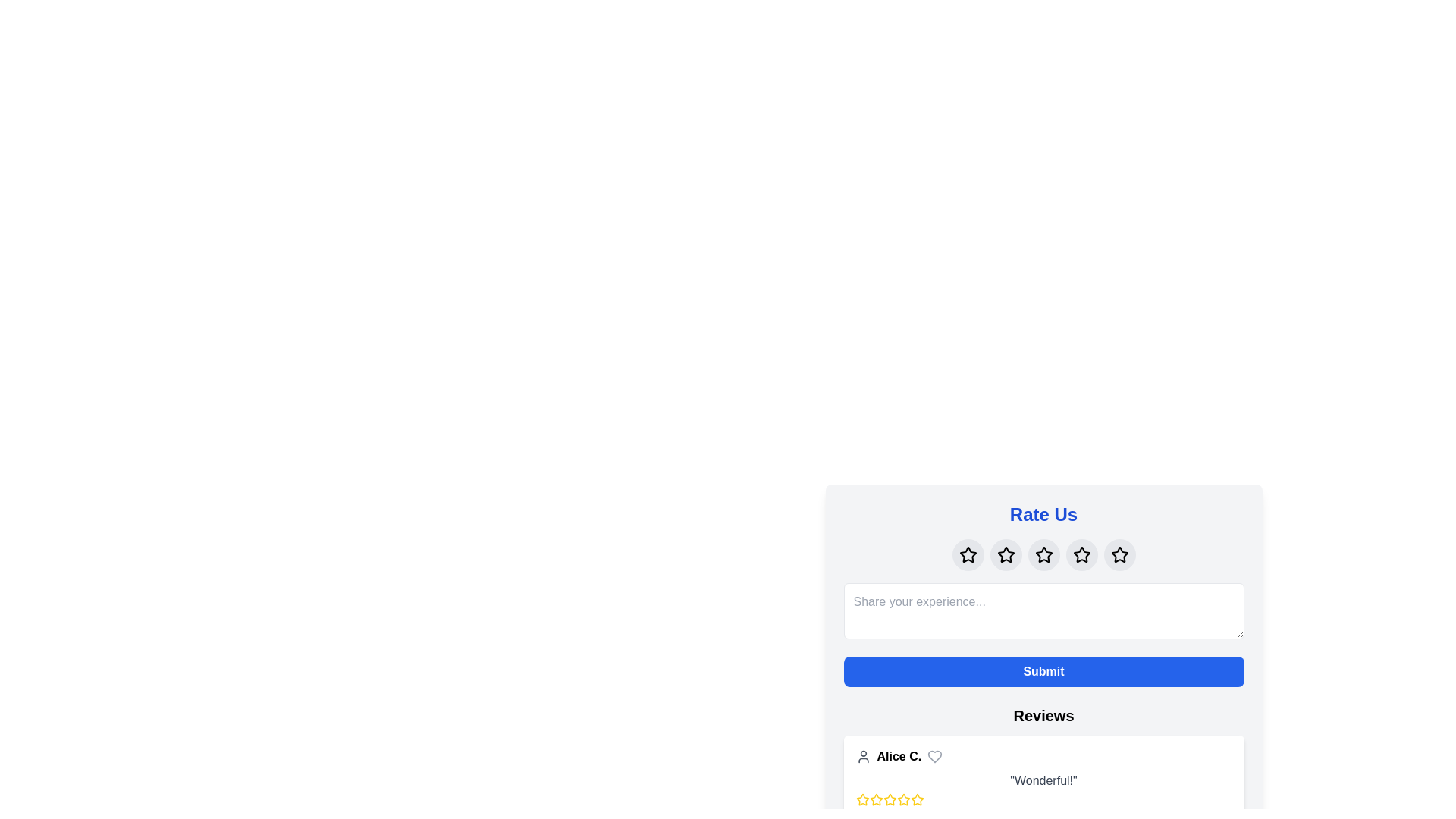 The height and width of the screenshot is (819, 1456). I want to click on the star icon representing a 5-star rating in the rating system located at the rightmost end of the row in the 'Reviews' section below the review 'Wonderful!' by user 'Alice C.', so click(916, 799).